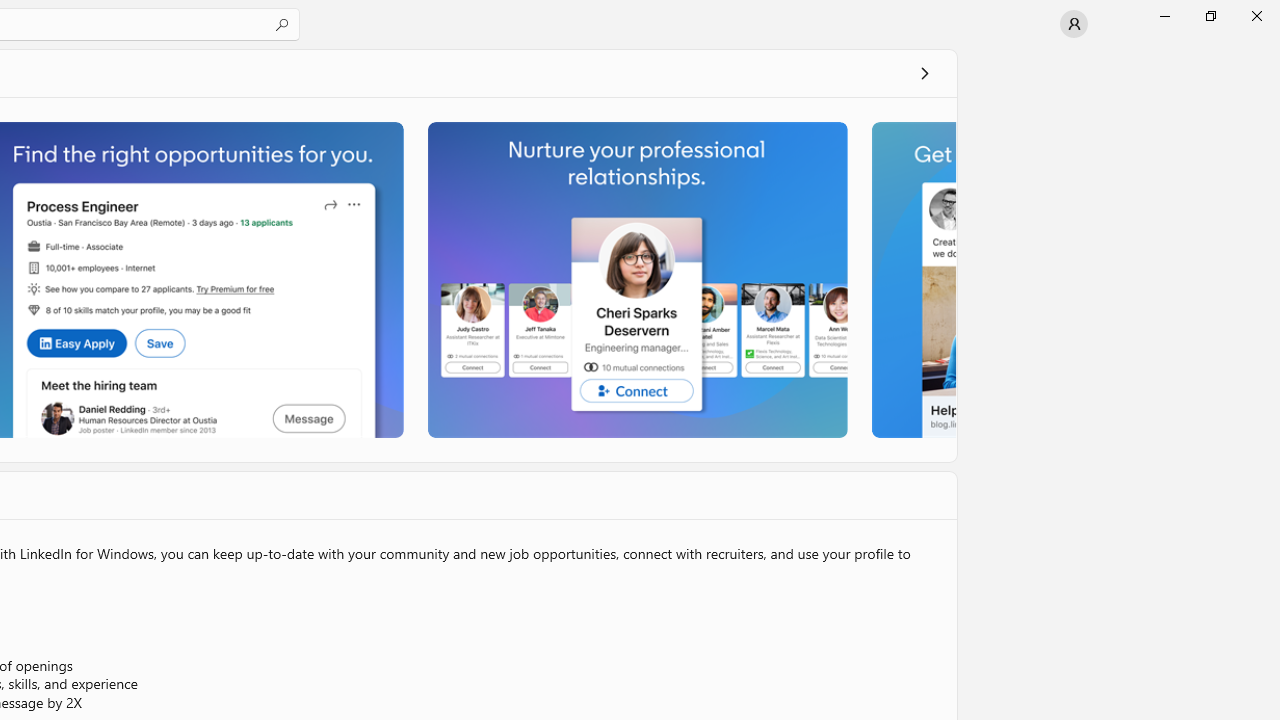 This screenshot has height=720, width=1280. Describe the element at coordinates (1072, 24) in the screenshot. I see `'User profile'` at that location.